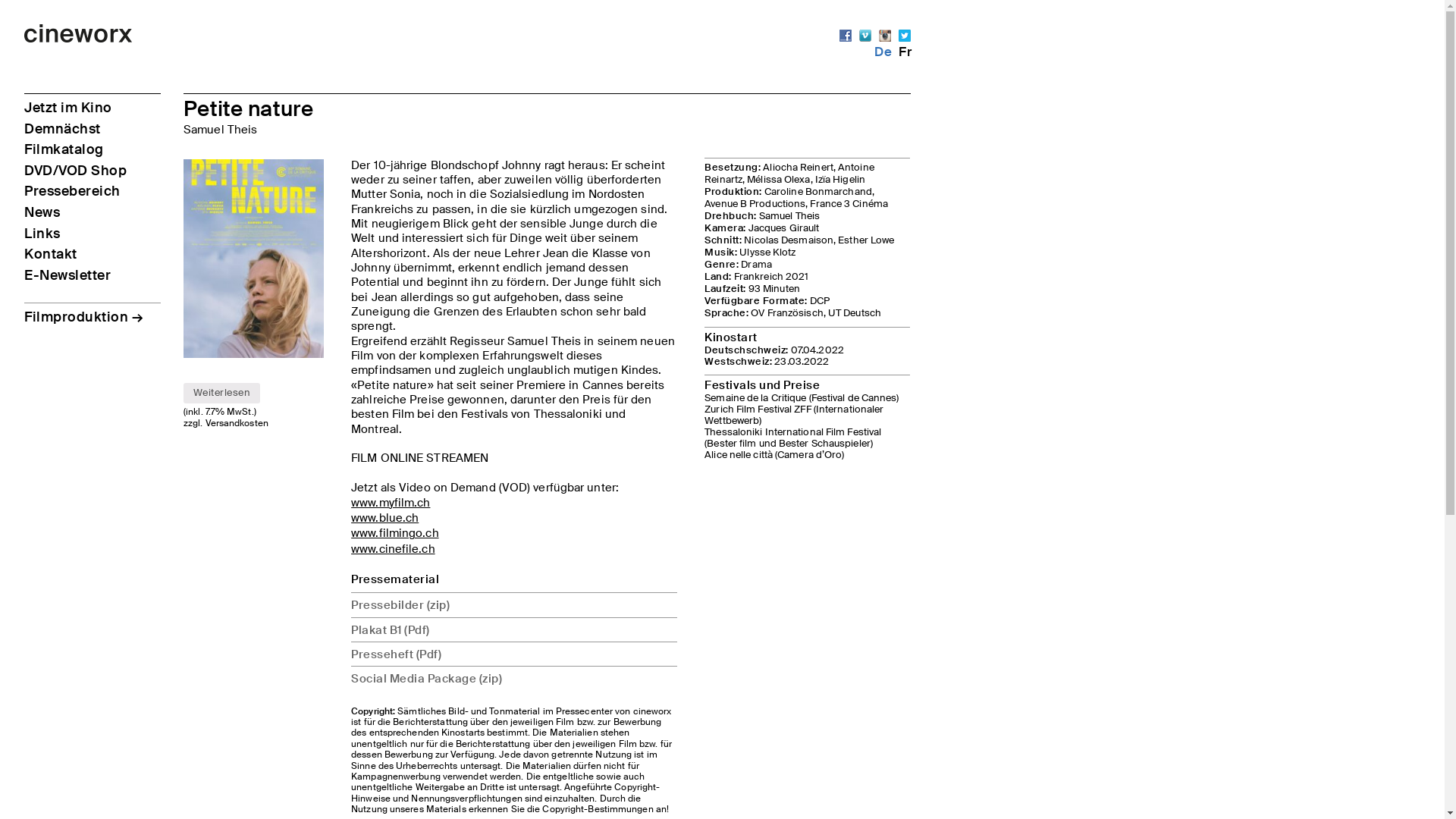  What do you see at coordinates (513, 604) in the screenshot?
I see `'Pressebilder (zip)'` at bounding box center [513, 604].